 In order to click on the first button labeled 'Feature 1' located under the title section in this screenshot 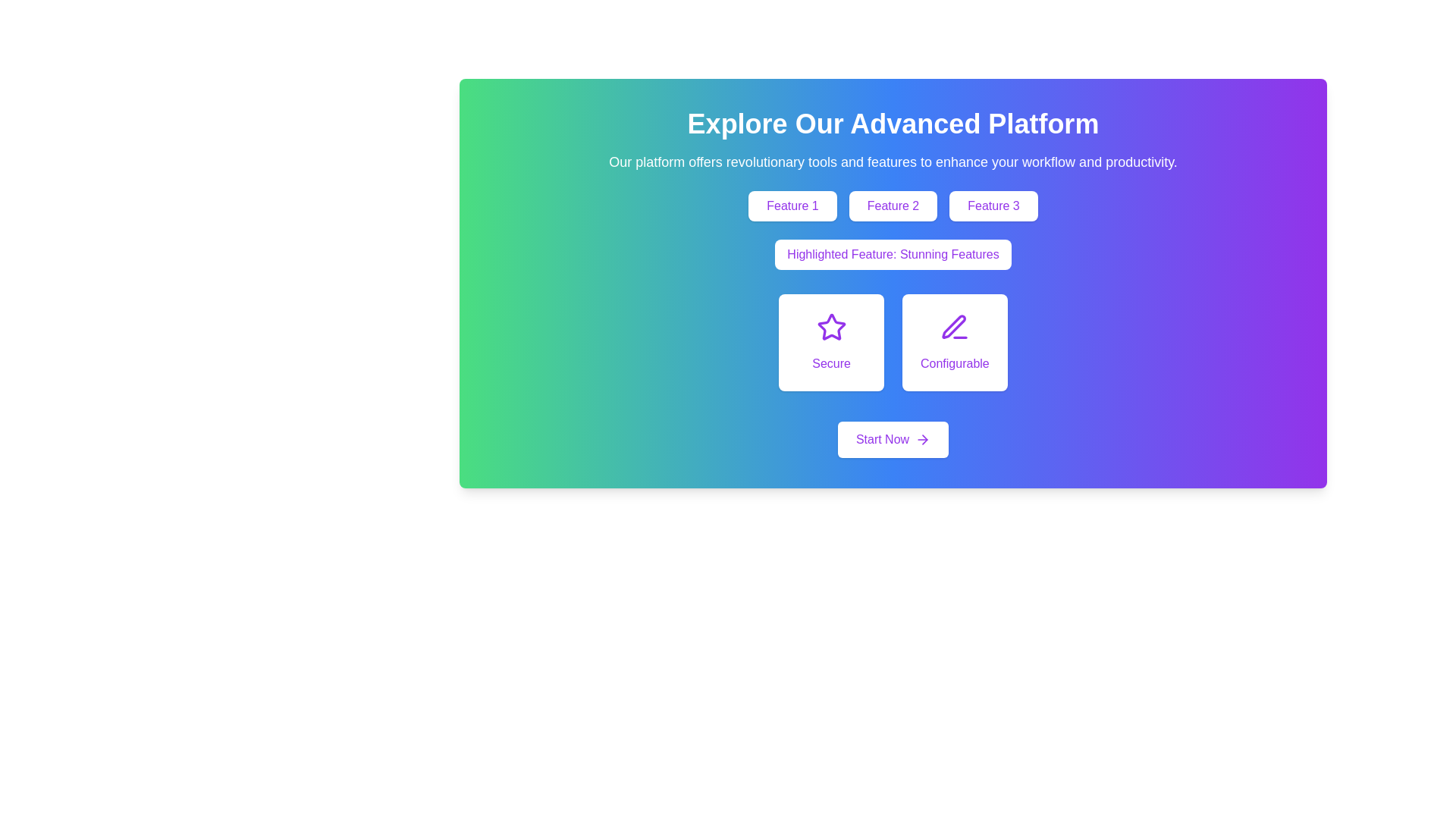, I will do `click(792, 206)`.